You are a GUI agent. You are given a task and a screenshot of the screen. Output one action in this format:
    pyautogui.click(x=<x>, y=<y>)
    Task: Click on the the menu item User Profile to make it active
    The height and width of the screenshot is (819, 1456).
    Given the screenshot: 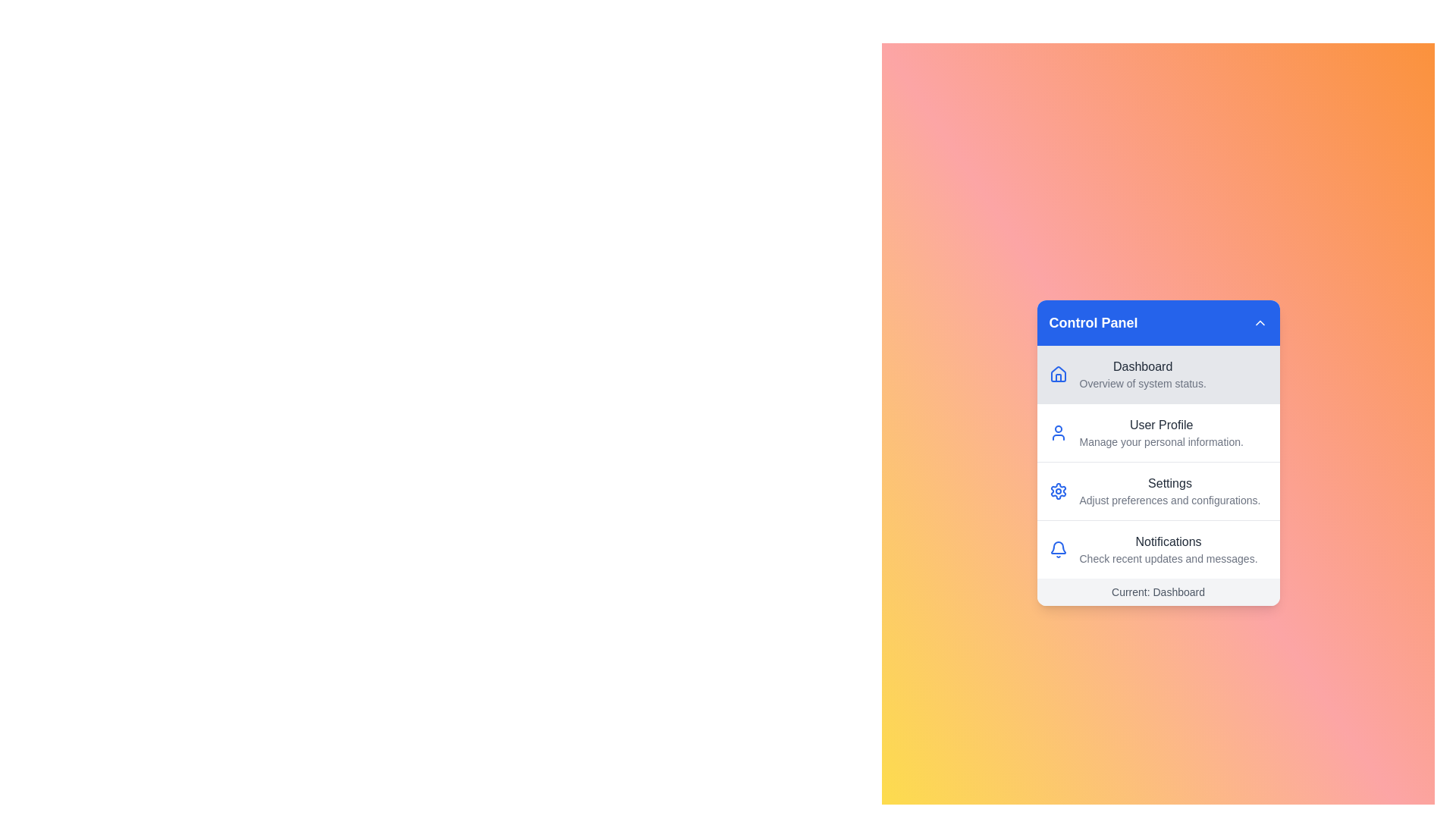 What is the action you would take?
    pyautogui.click(x=1157, y=432)
    